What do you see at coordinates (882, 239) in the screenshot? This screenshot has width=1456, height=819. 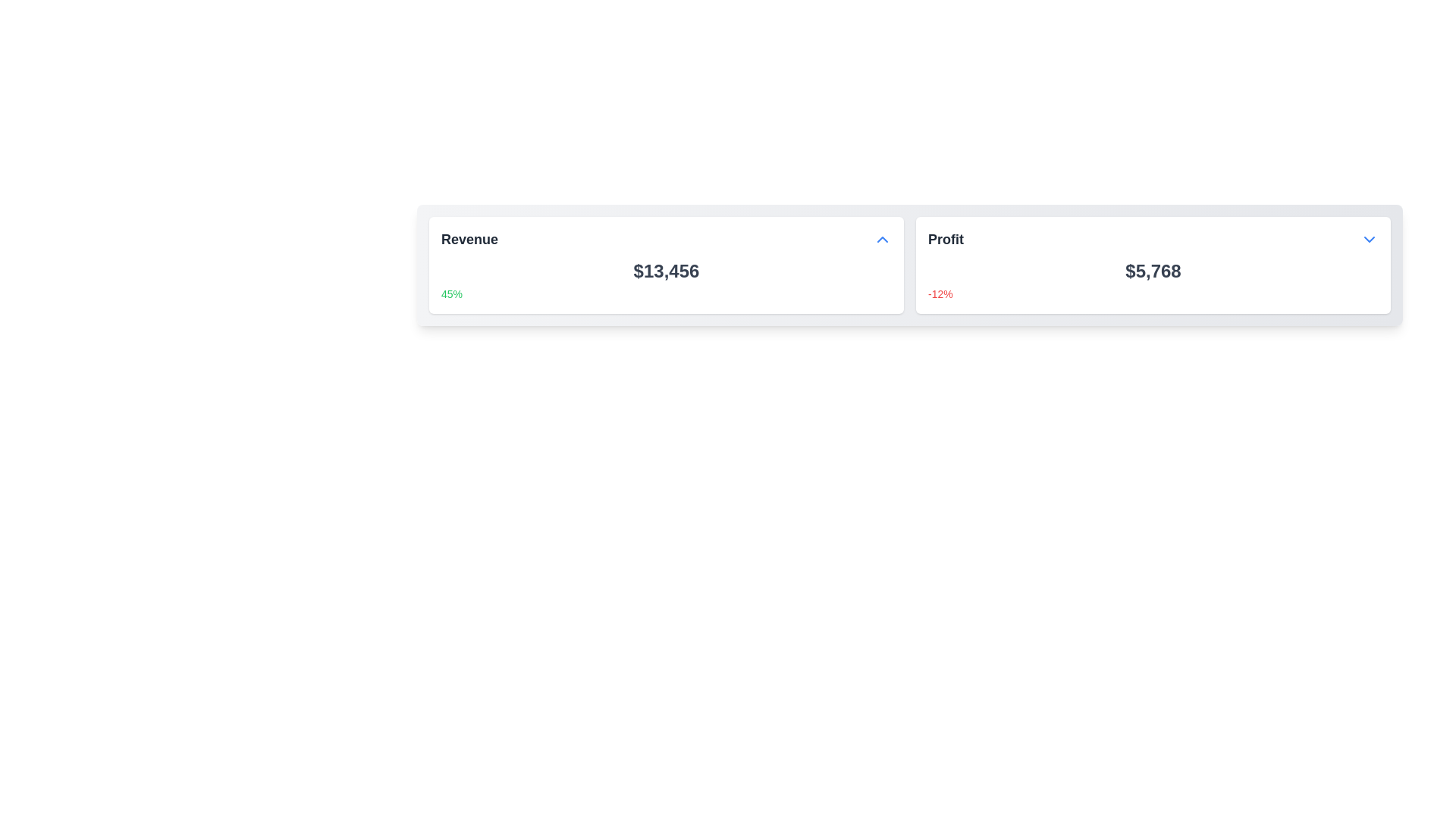 I see `the upward-pointing blue chevron icon located at the far-right of the 'Revenue' section in the financial dashboard` at bounding box center [882, 239].